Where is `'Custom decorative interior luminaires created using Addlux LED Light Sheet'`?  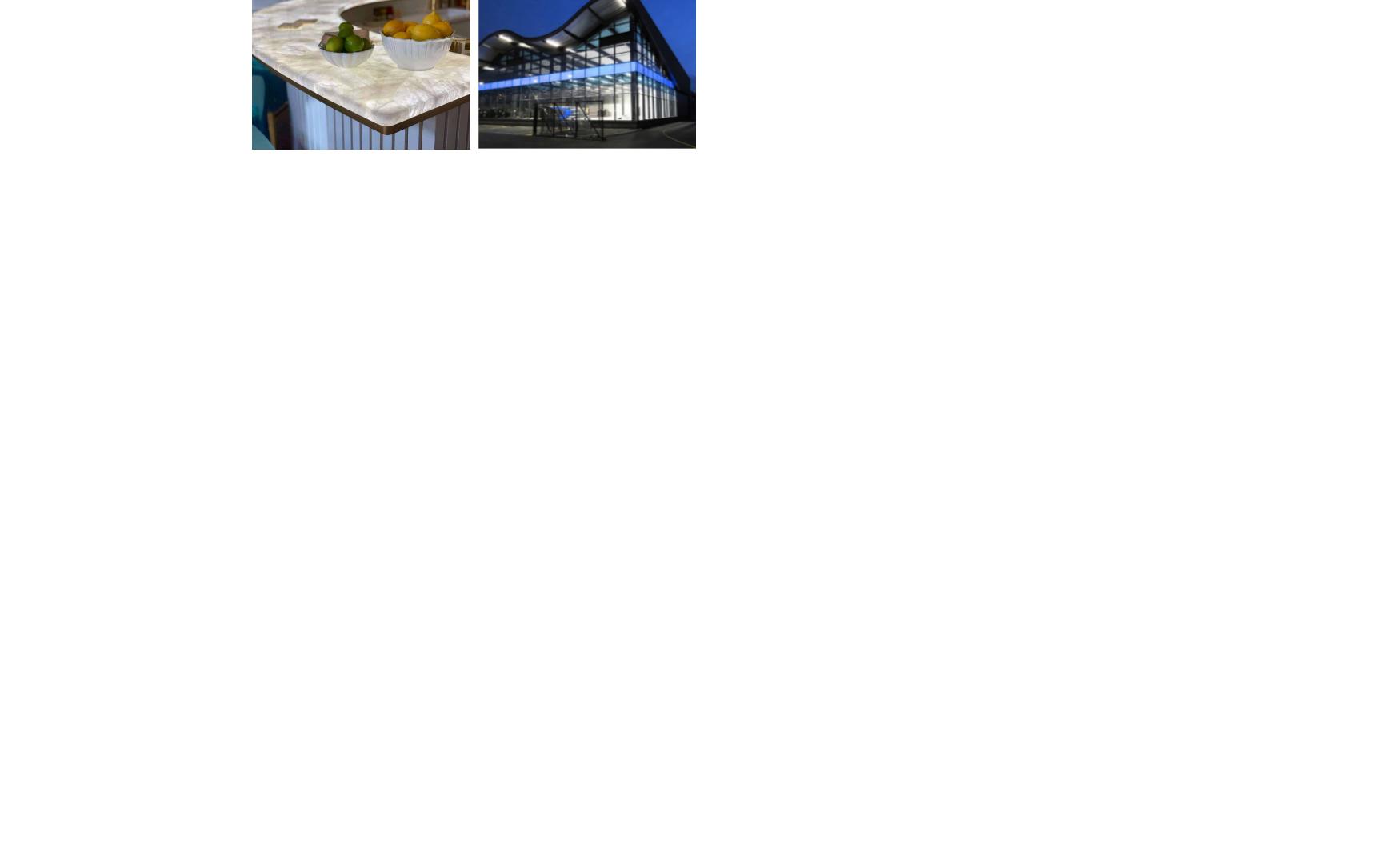 'Custom decorative interior luminaires created using Addlux LED Light Sheet' is located at coordinates (1035, 231).